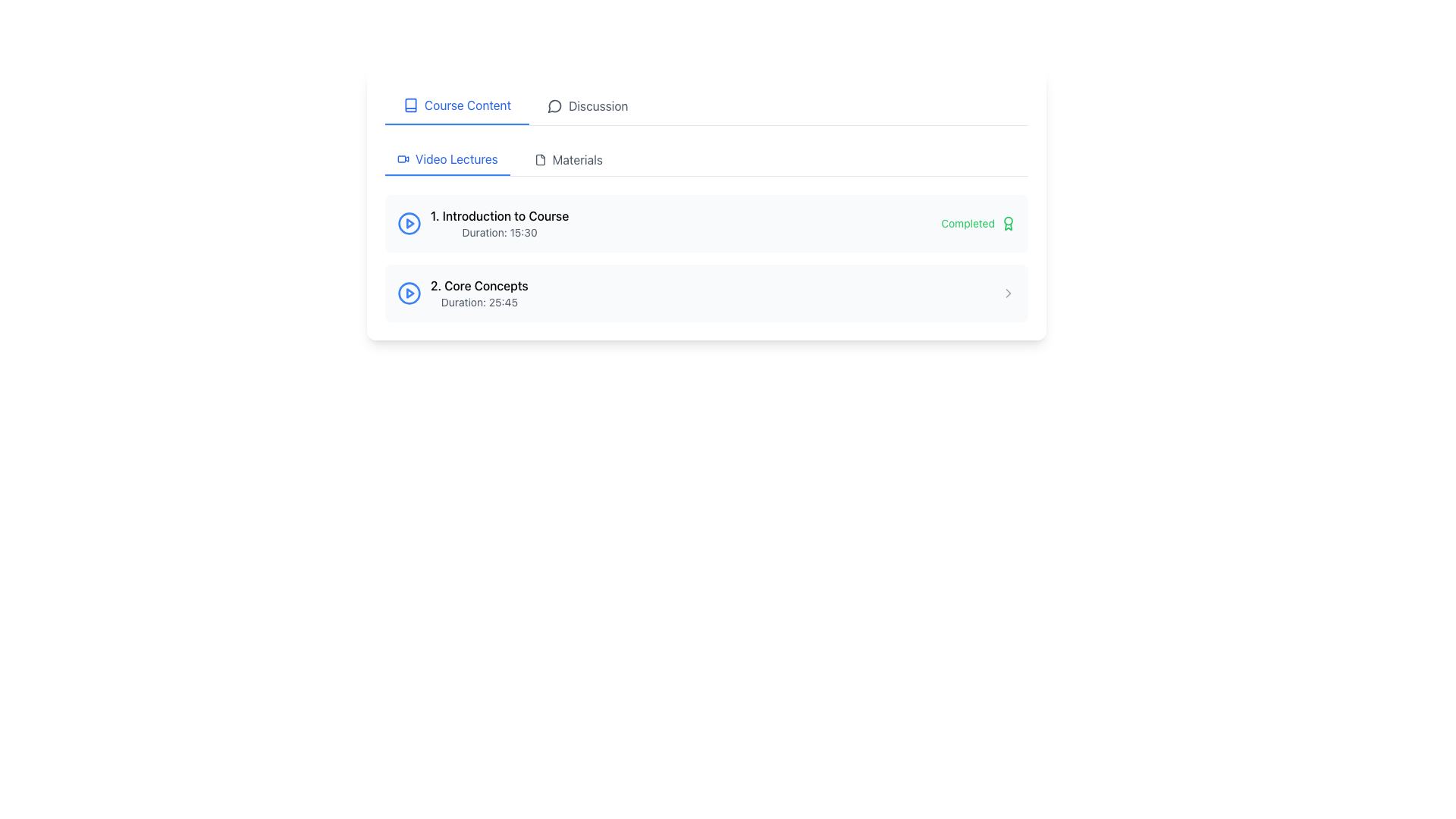 This screenshot has width=1456, height=819. I want to click on the 'Course Content' tab icon located at the top-left corner of the interface, which serves as a visual indicator for the tab label, so click(411, 104).